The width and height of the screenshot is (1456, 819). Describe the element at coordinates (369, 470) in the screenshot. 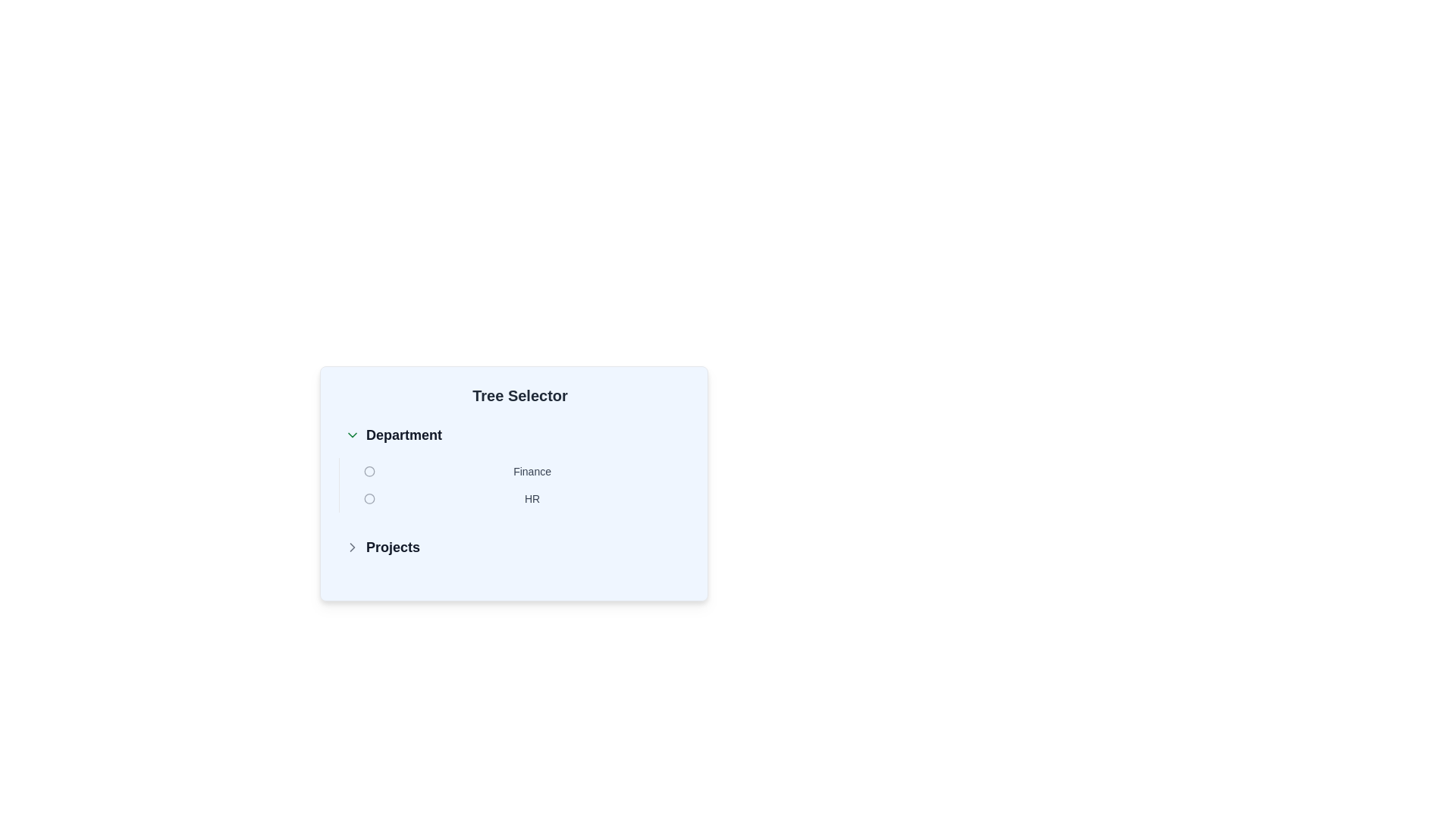

I see `the hollow circular checkbox located to the left of the 'Finance' label in the first list item under the 'Department' section of the 'Tree Selector' widget` at that location.